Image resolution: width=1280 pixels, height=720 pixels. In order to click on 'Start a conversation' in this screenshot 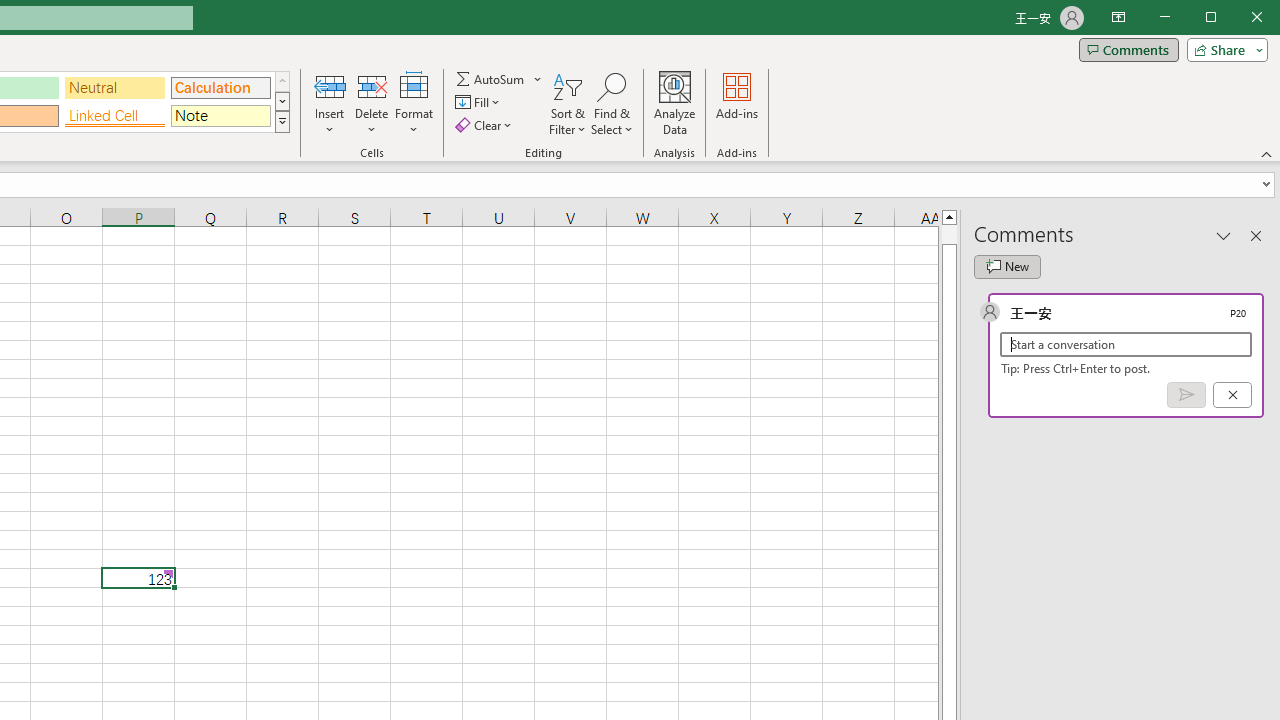, I will do `click(1126, 343)`.